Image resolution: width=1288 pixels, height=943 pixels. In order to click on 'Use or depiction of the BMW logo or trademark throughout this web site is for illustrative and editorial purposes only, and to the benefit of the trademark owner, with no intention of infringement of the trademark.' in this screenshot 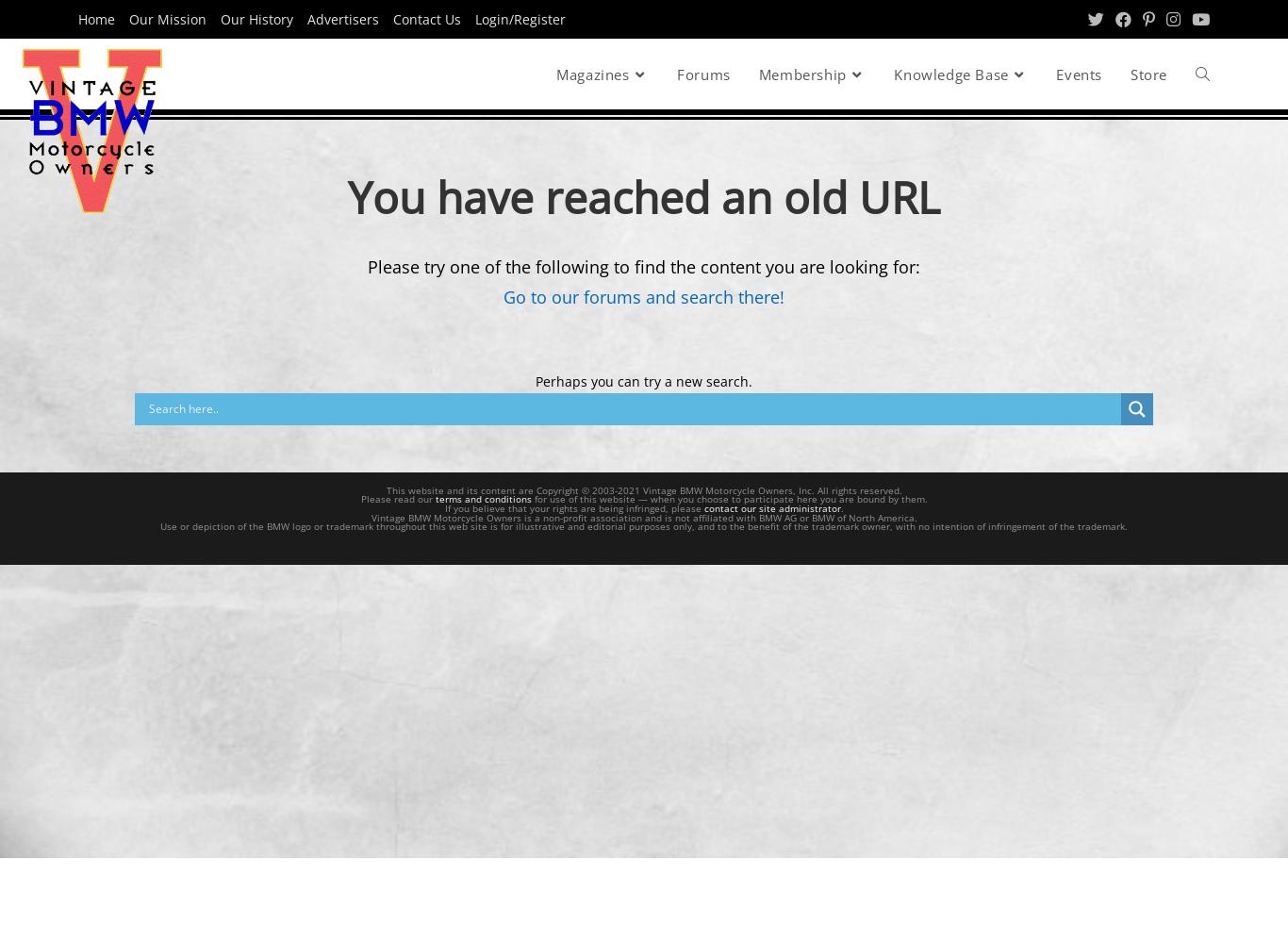, I will do `click(644, 526)`.